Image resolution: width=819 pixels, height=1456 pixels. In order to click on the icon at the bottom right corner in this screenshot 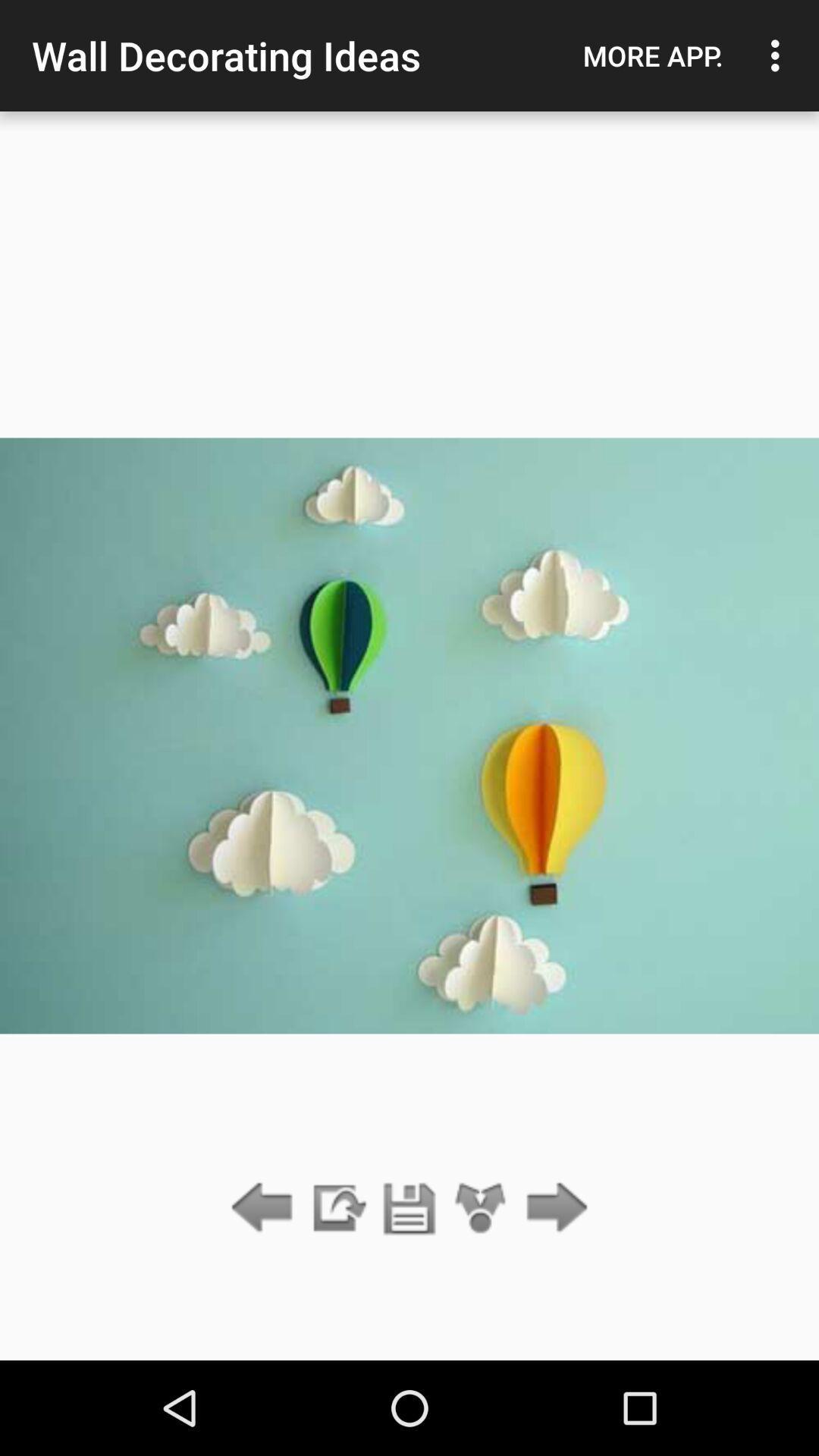, I will do `click(553, 1208)`.